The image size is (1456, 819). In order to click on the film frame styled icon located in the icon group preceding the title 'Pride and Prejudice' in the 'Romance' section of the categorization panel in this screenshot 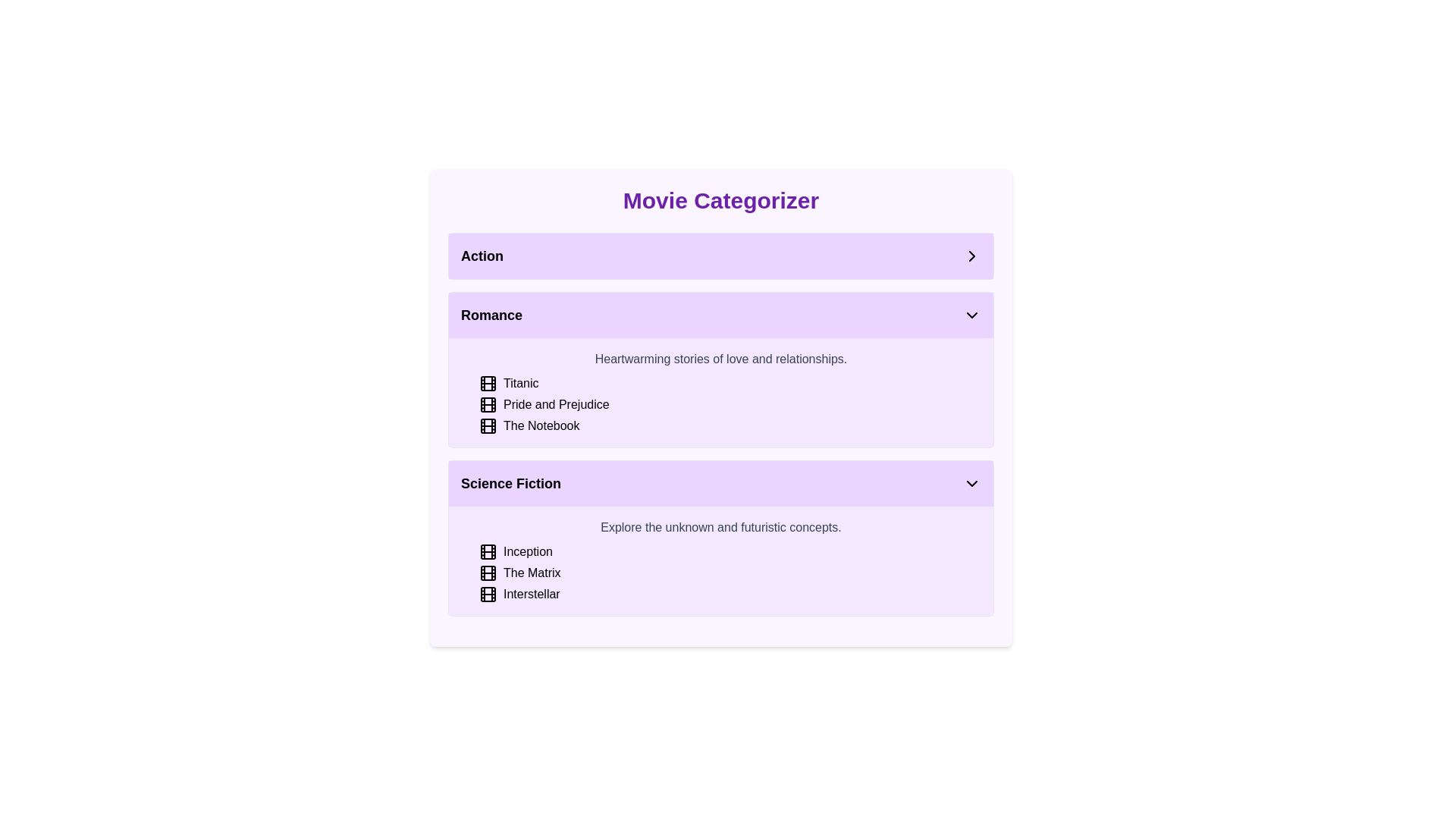, I will do `click(488, 403)`.